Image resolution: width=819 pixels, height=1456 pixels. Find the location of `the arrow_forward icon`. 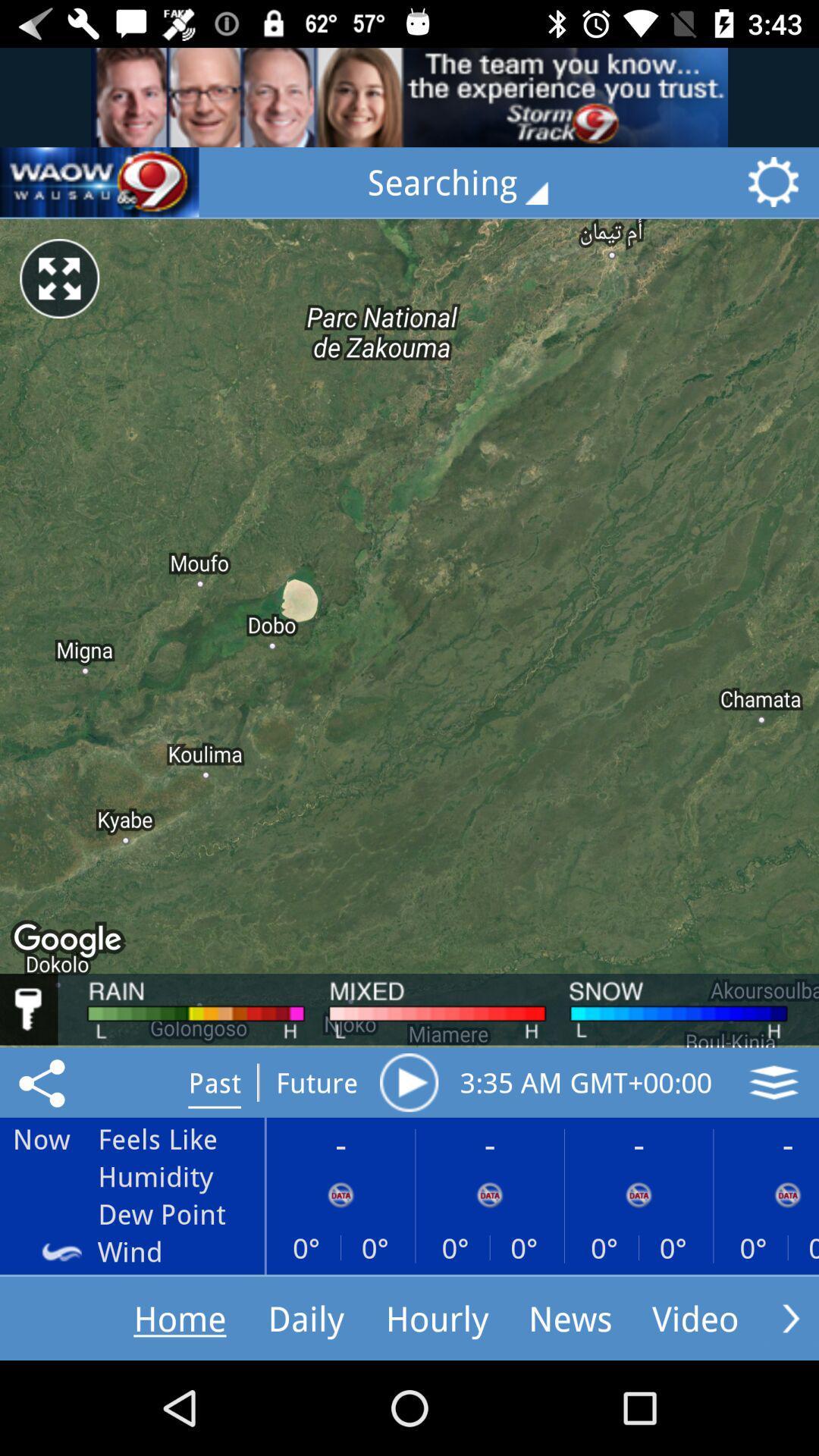

the arrow_forward icon is located at coordinates (790, 1317).